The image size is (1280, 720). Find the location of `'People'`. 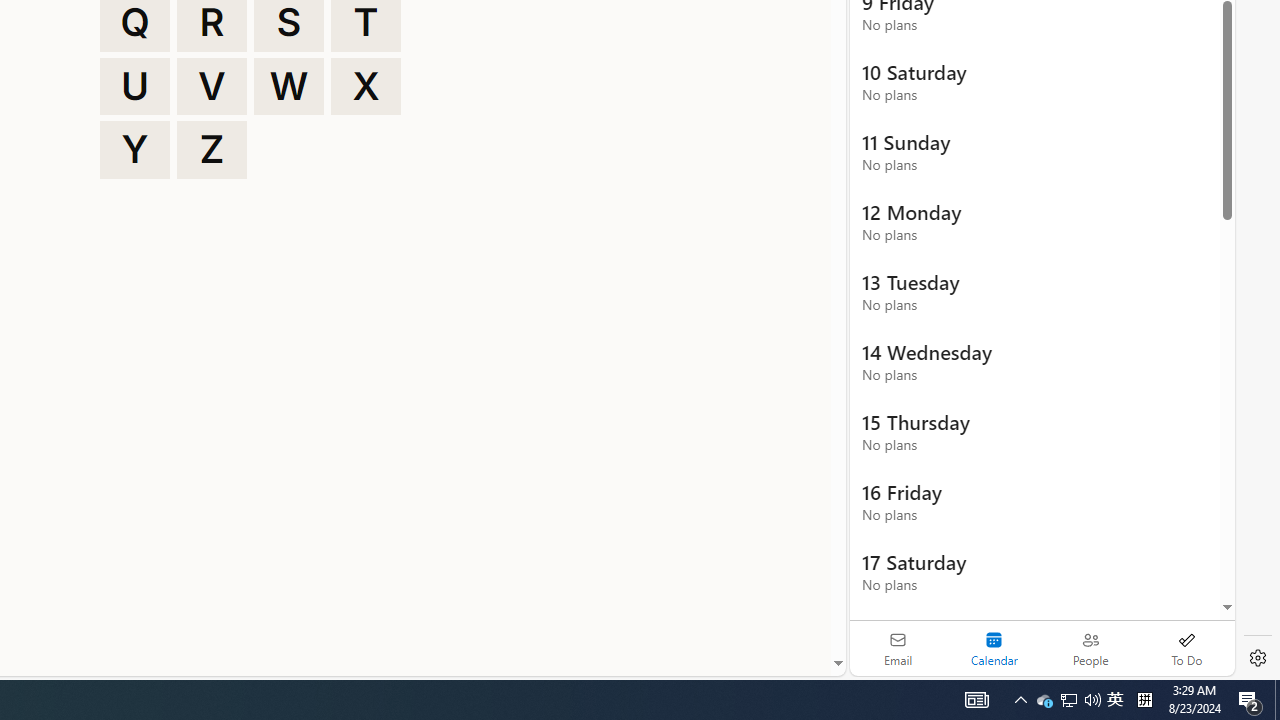

'People' is located at coordinates (1089, 648).